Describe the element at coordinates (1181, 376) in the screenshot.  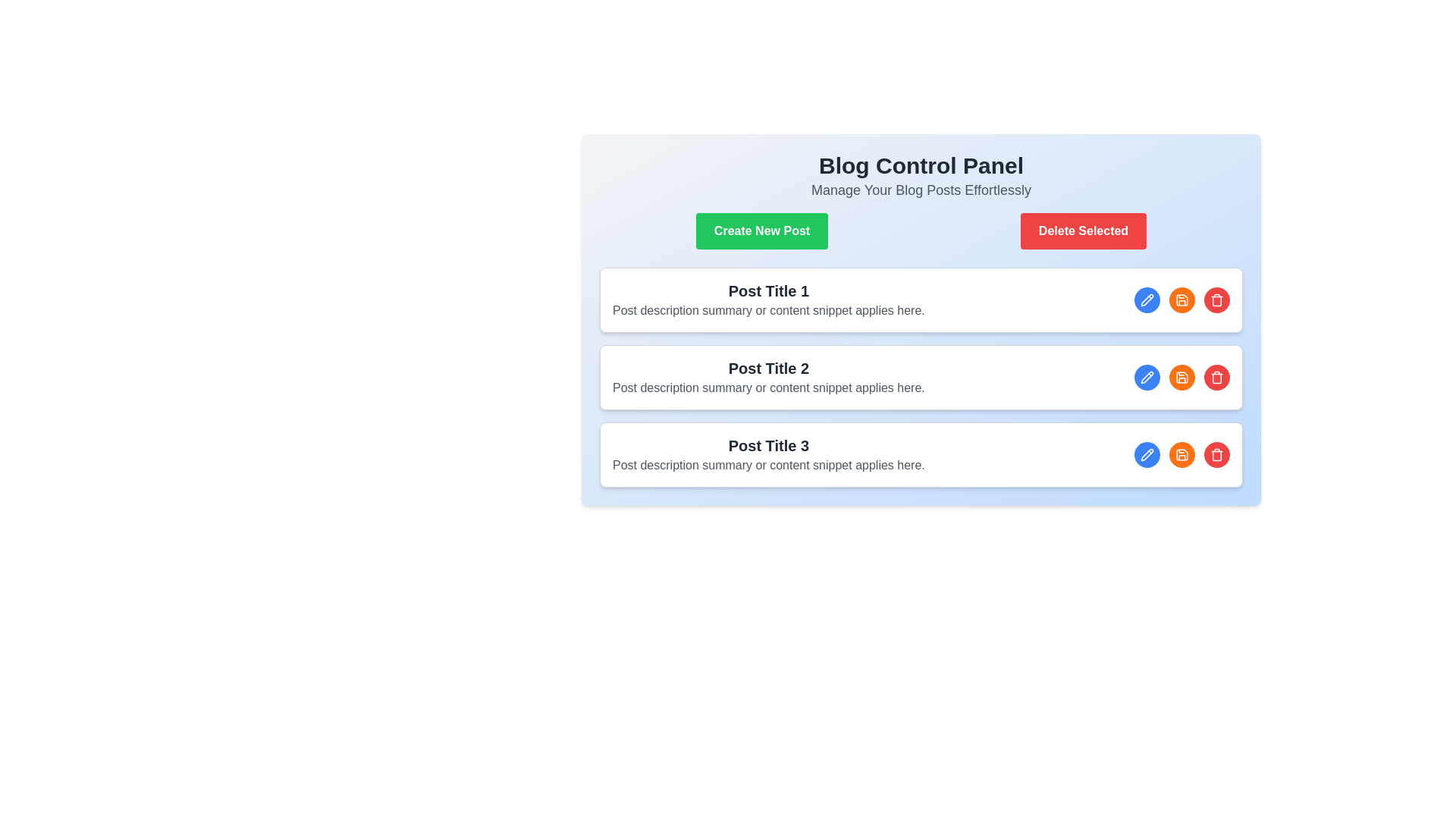
I see `the save action button` at that location.